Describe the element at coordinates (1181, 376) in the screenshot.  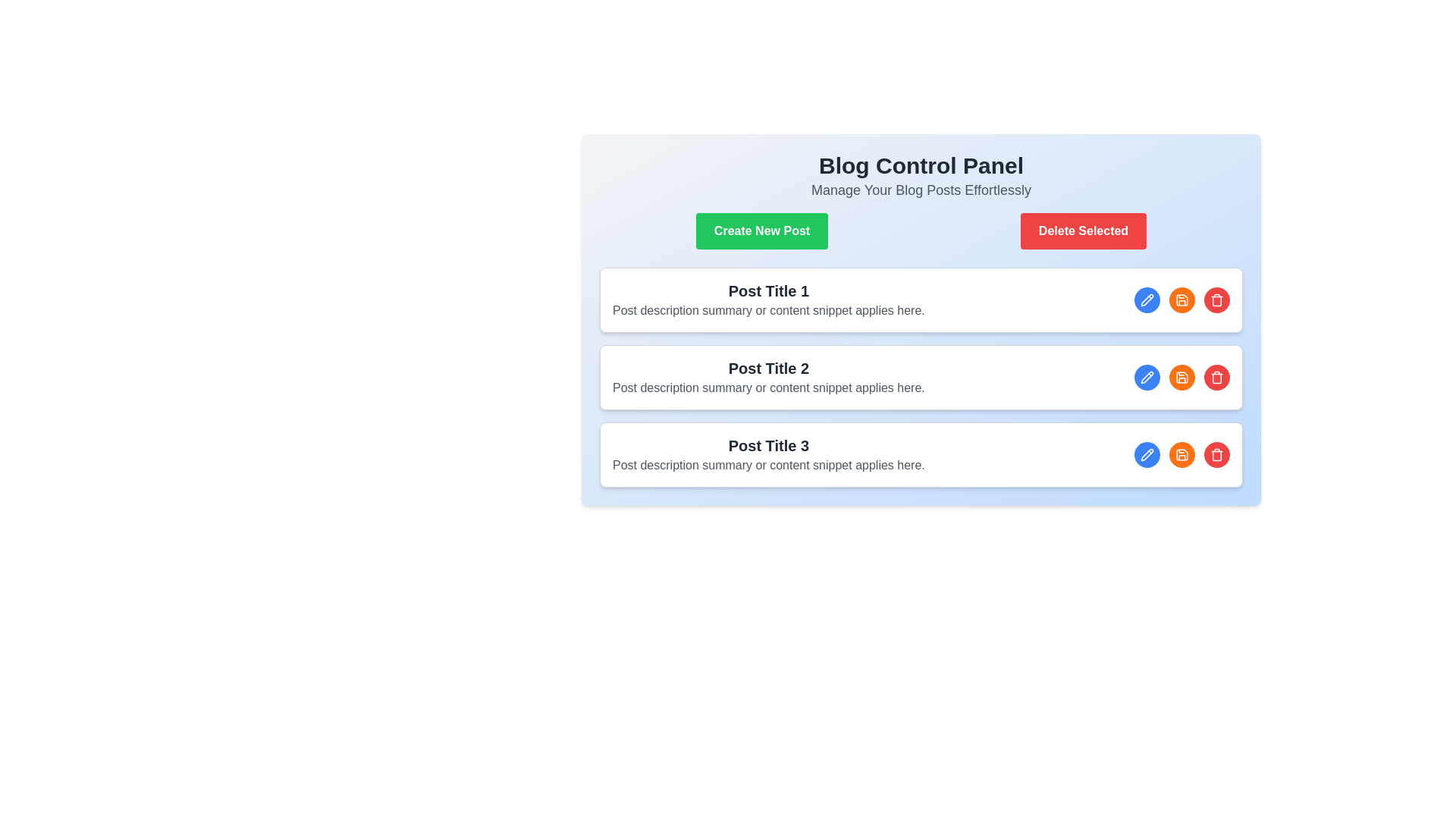
I see `the save action button` at that location.